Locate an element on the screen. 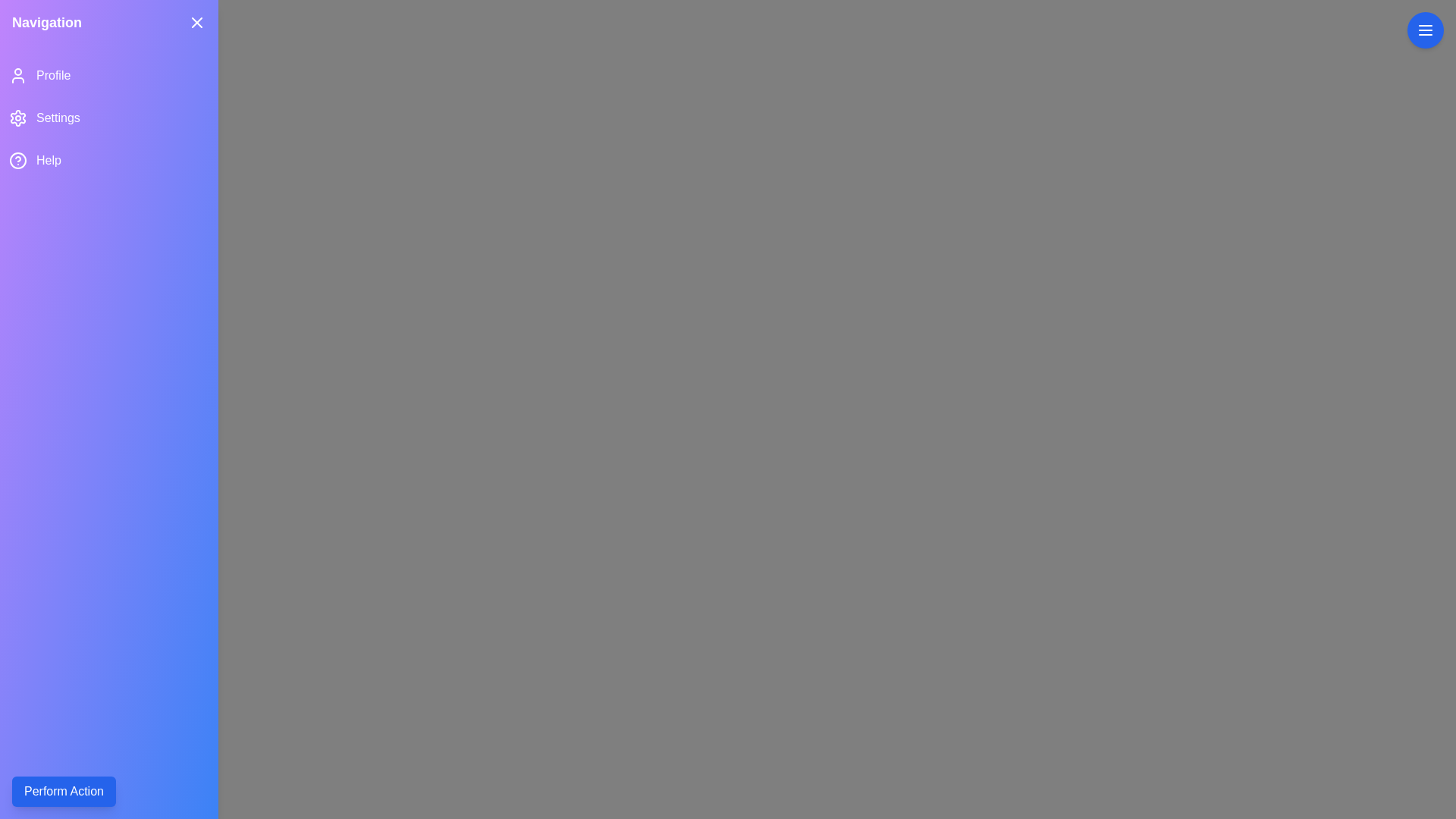 This screenshot has width=1456, height=819. the circular help icon, which is the left-most icon under the 'Profile' and 'Settings' sections in the navigation area is located at coordinates (18, 161).